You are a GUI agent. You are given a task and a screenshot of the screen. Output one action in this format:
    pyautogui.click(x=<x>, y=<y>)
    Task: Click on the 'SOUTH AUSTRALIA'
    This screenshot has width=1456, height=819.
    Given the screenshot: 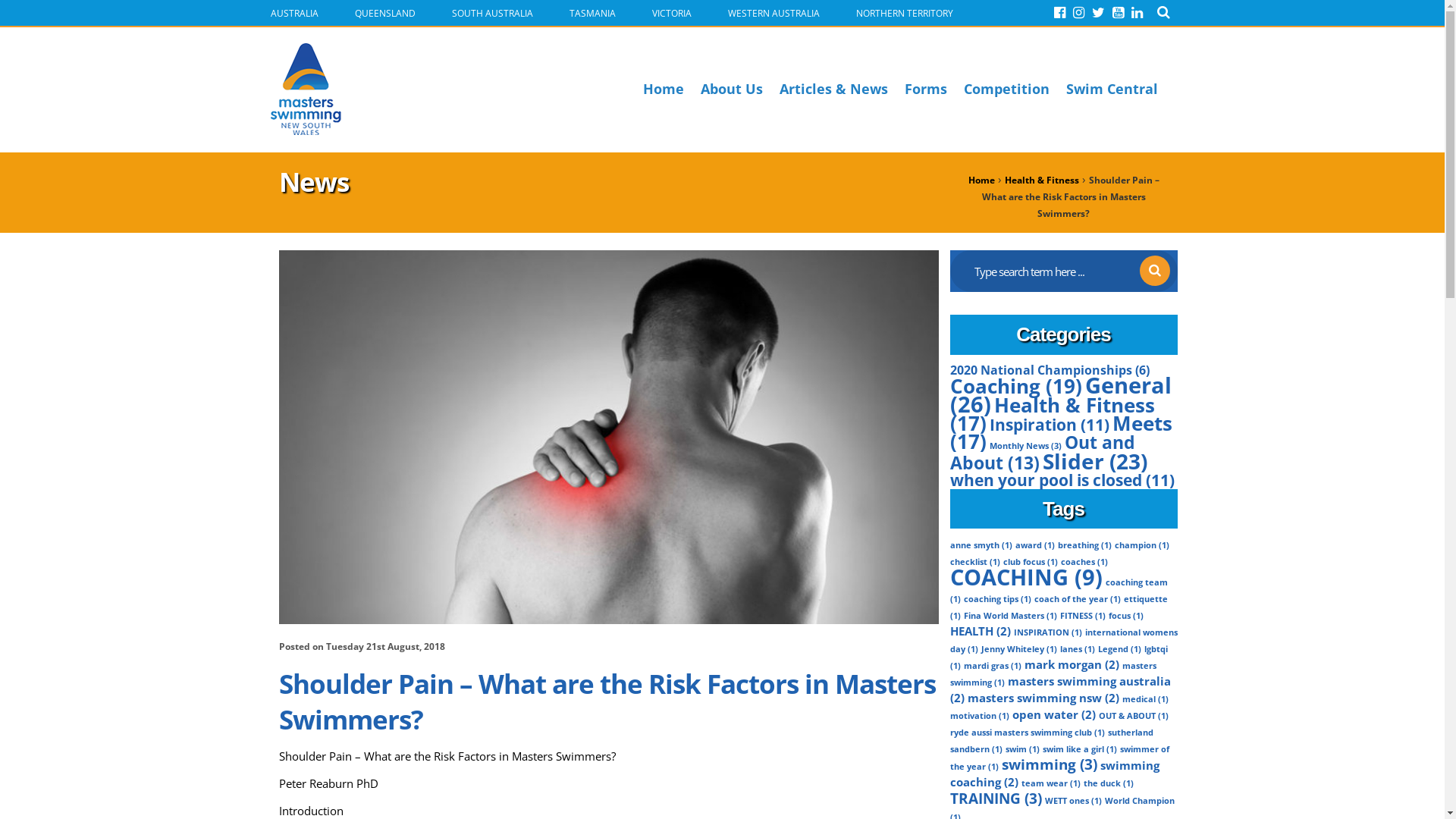 What is the action you would take?
    pyautogui.click(x=447, y=11)
    